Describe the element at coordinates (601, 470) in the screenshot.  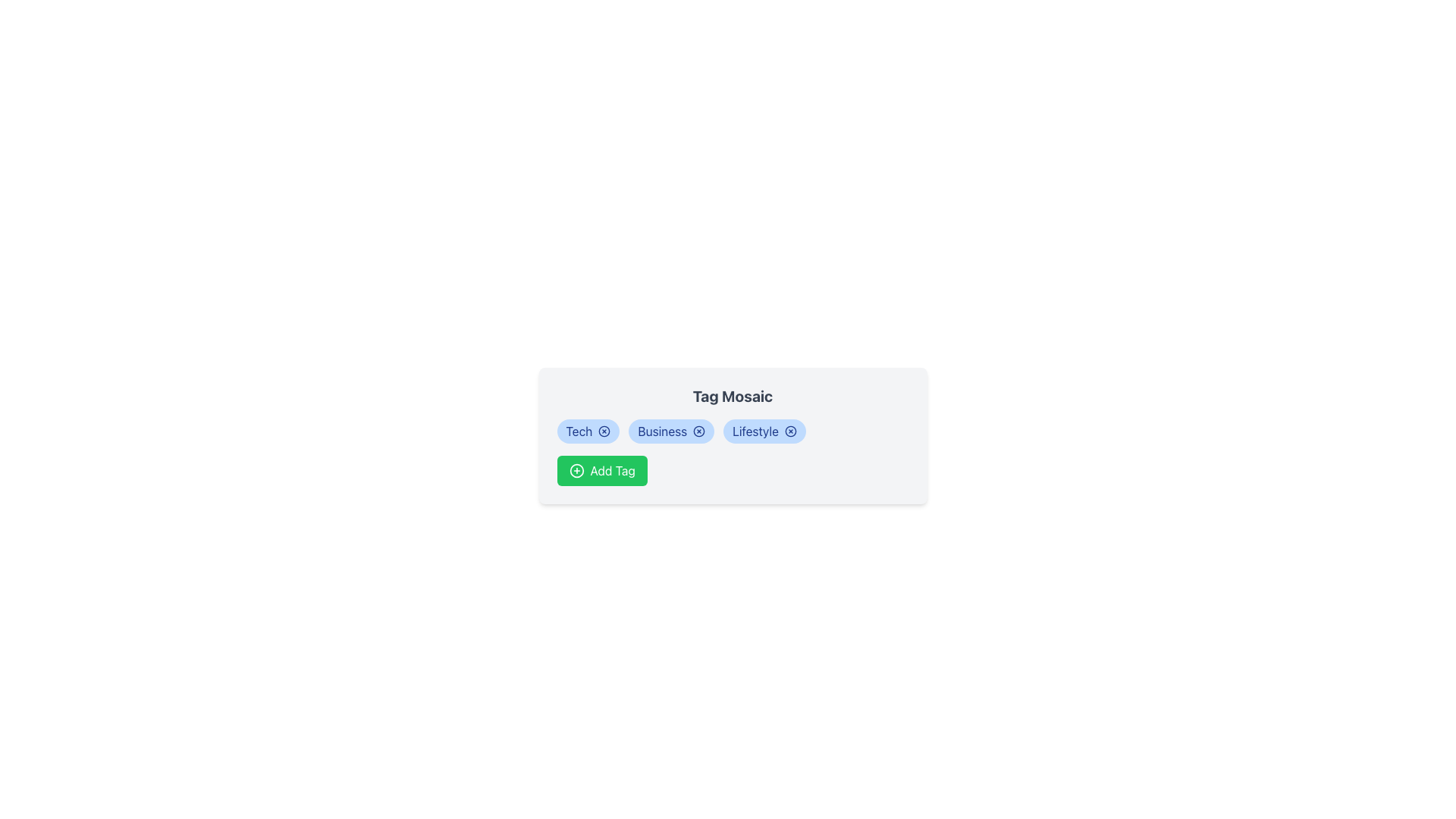
I see `the 'Add New Tag' button located below the tags 'Tech', 'Business', and 'Lifestyle' in the card to initiate adding a new tag` at that location.